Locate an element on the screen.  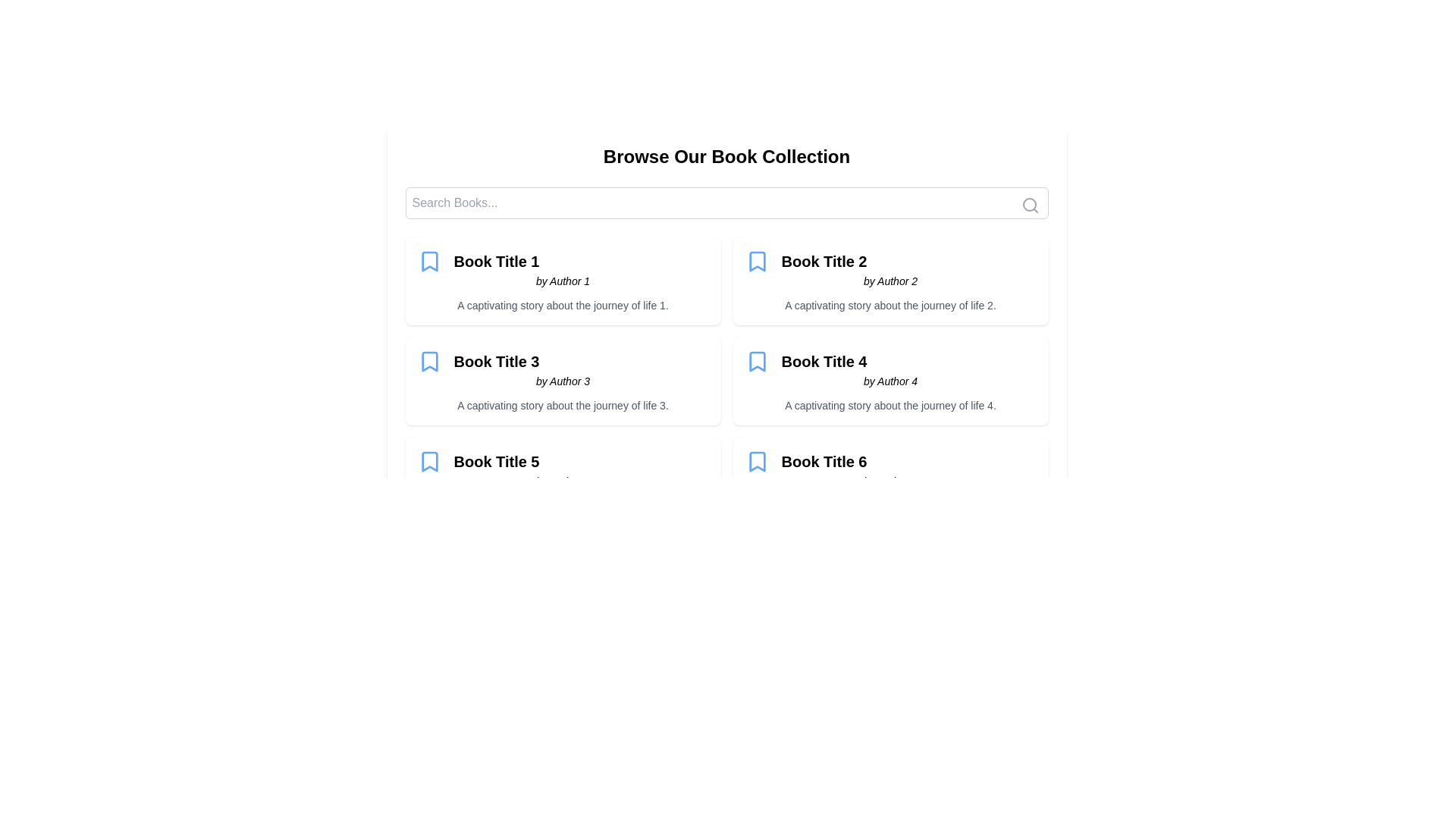
text label displaying 'by Author 2' which is styled in italic and located below the main title 'Book Title 2' is located at coordinates (890, 281).